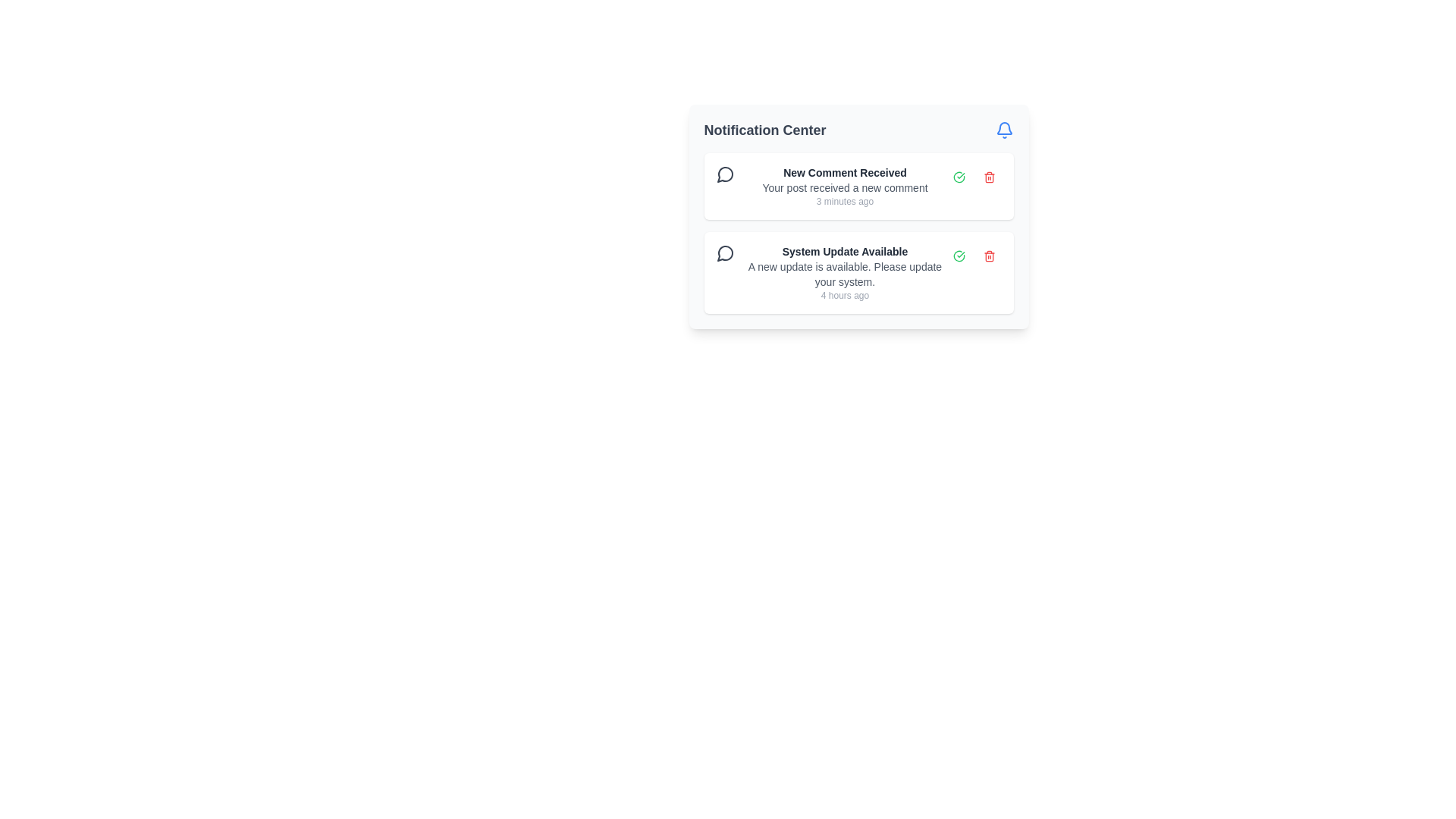  I want to click on the small gray text label reading '3 minutes ago' located in the bottom-right corner of the notification block labeled 'New Comment Received', so click(844, 201).